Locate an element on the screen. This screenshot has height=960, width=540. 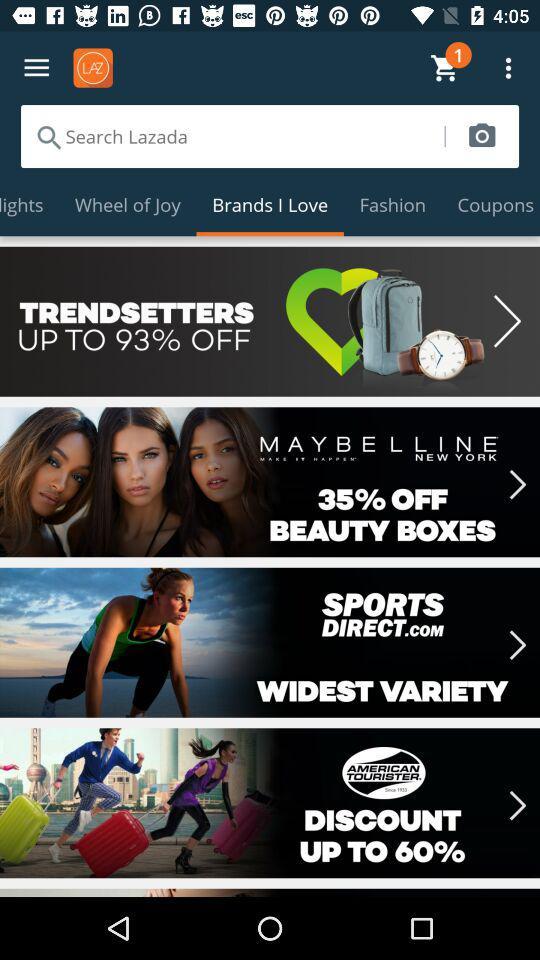
selected sports equipment is located at coordinates (270, 641).